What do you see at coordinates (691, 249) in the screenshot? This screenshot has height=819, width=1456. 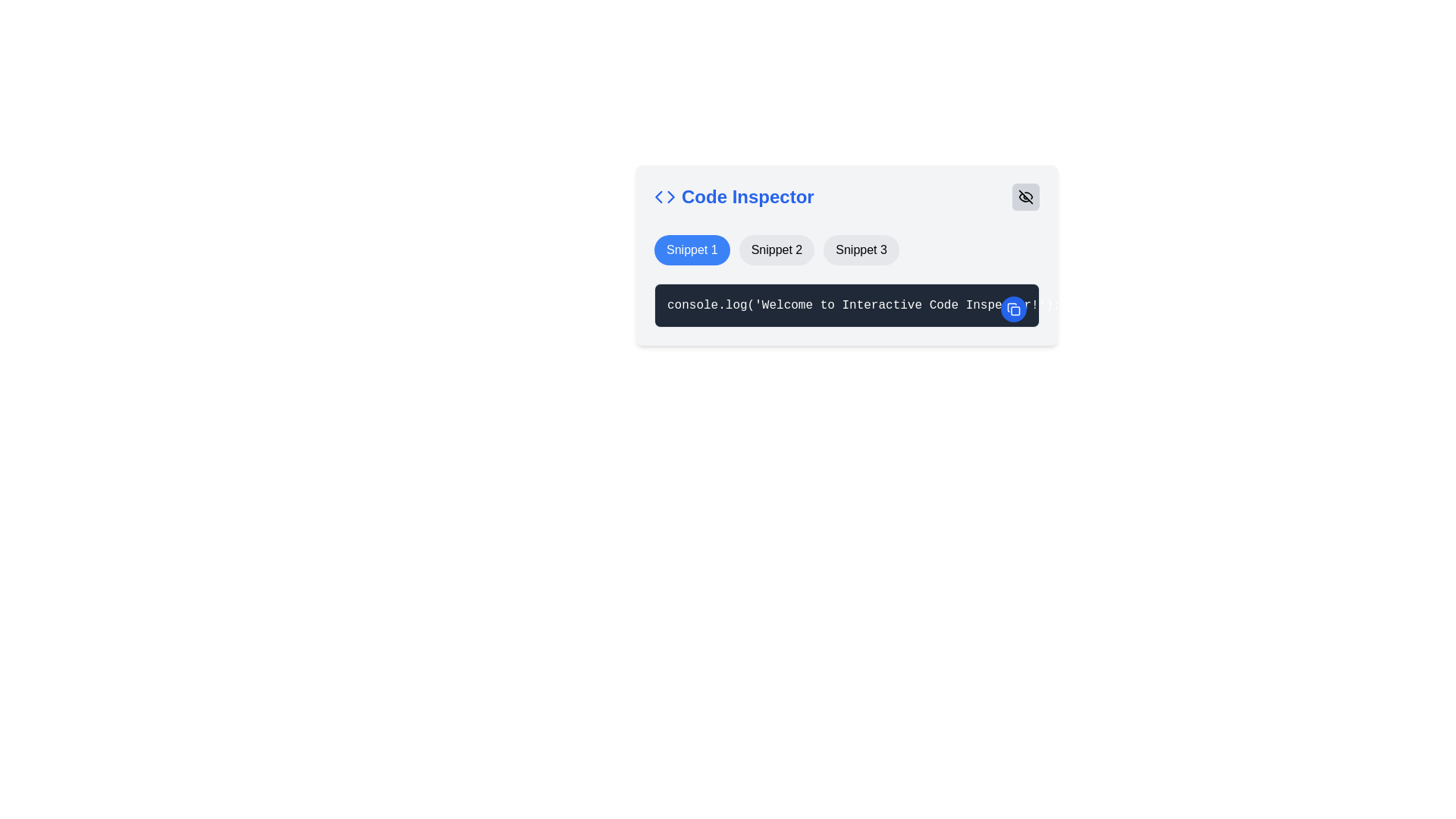 I see `the first button labeled 'Snippet 1' to perform advanced interactions` at bounding box center [691, 249].